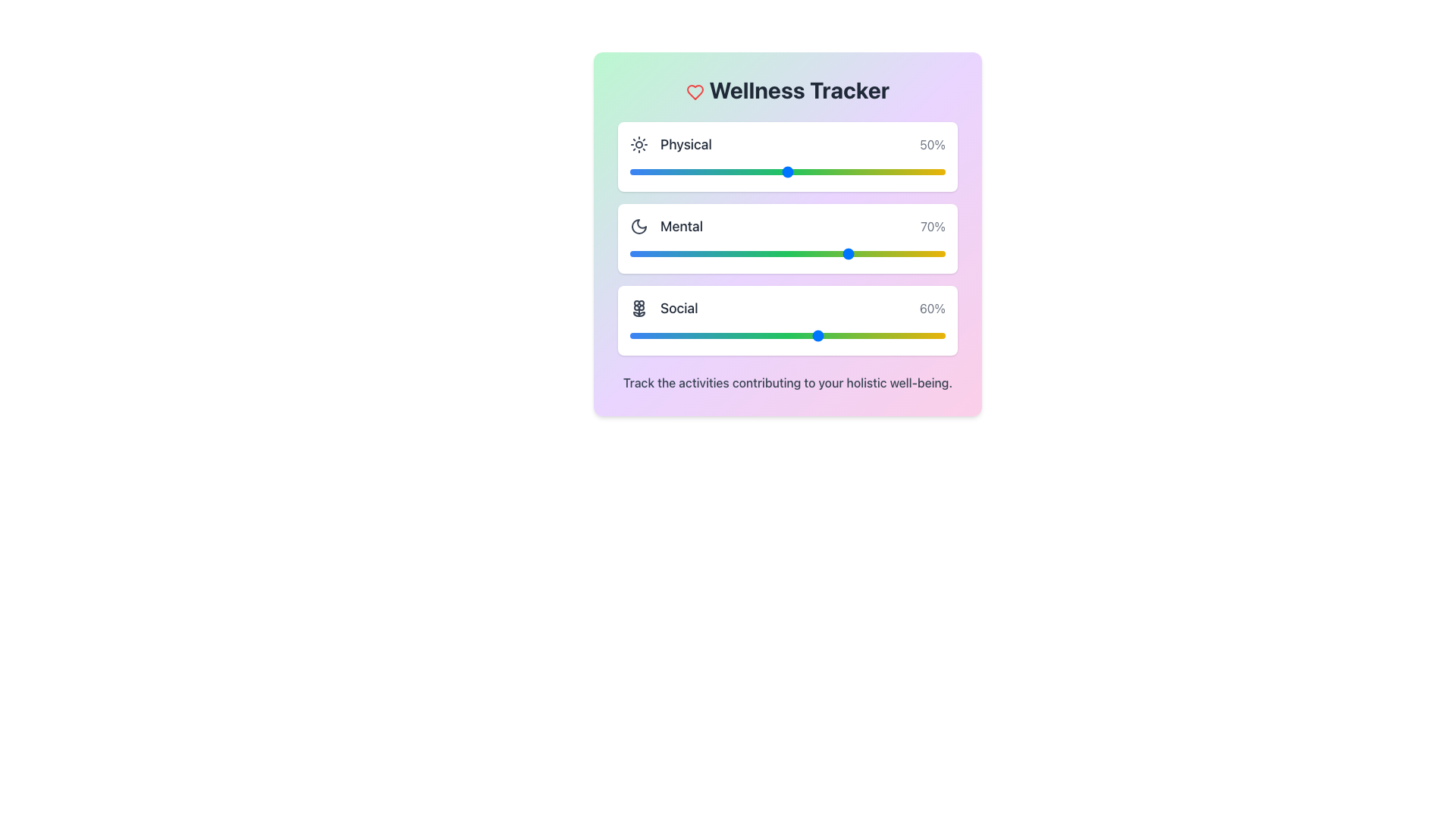 The height and width of the screenshot is (819, 1456). Describe the element at coordinates (639, 227) in the screenshot. I see `the crescent moon icon in the 'Wellness Tracker' interface, which is gray and located to the left of the 'Mental' text label` at that location.